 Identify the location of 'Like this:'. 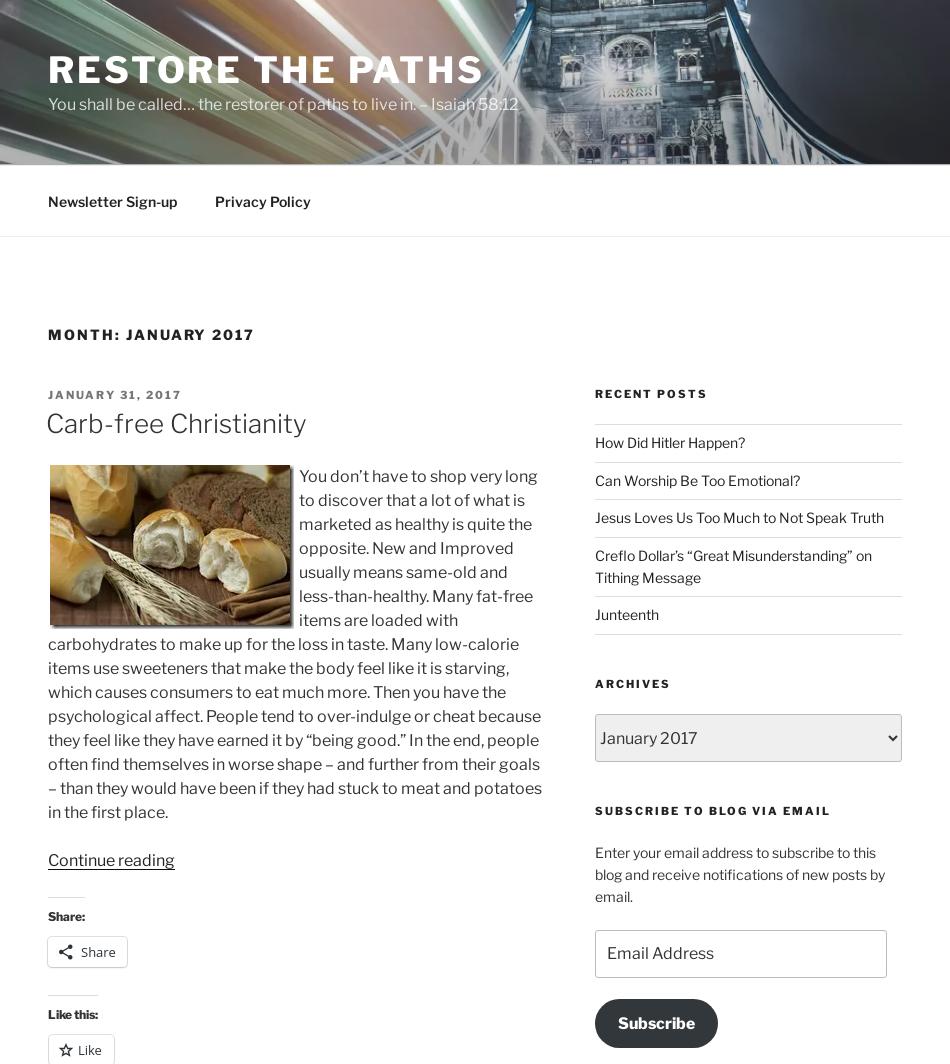
(72, 1013).